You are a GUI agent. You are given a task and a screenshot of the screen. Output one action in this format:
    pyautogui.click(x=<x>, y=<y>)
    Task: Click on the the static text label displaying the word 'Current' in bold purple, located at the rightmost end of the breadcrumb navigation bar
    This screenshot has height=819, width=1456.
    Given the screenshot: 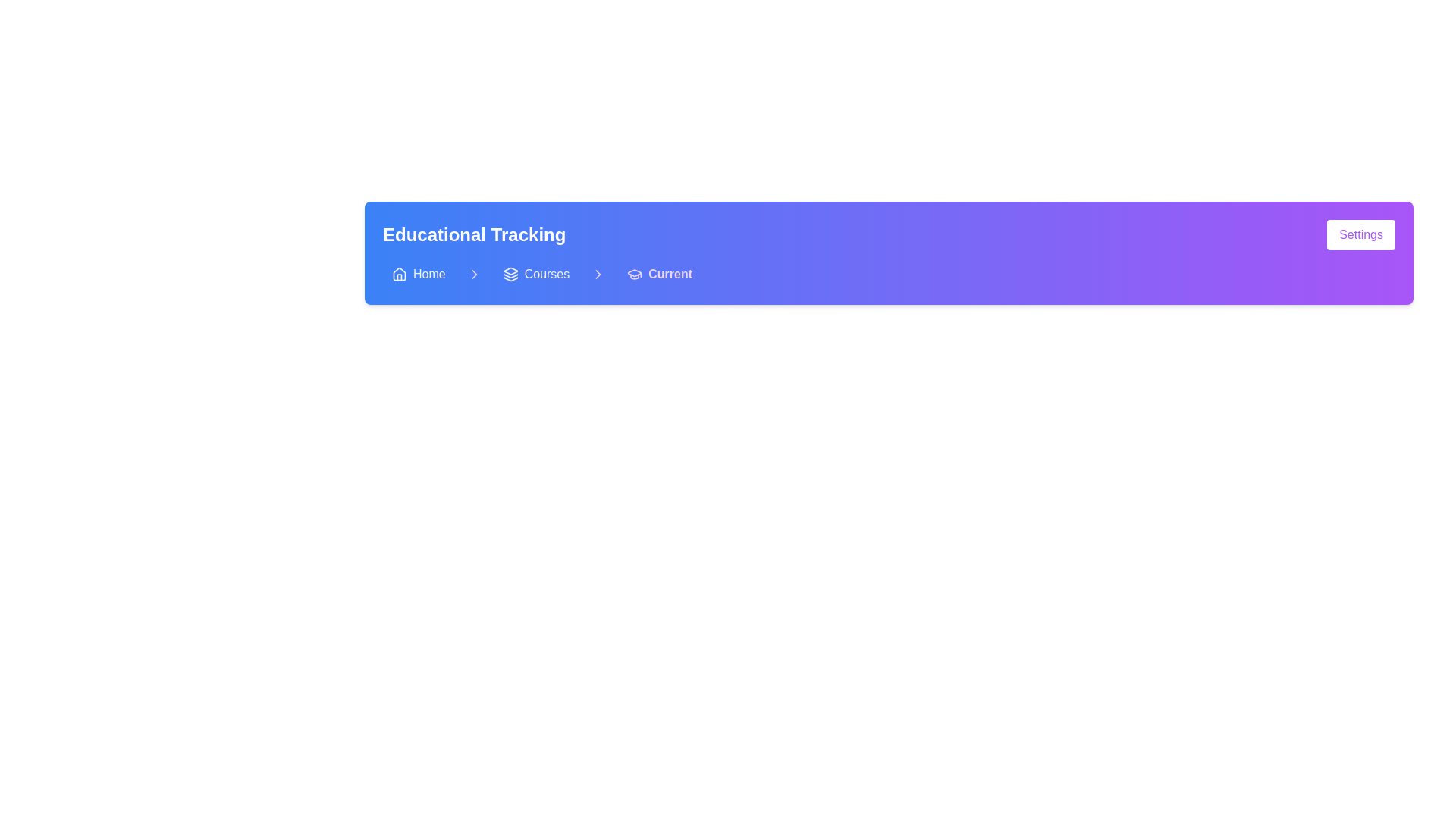 What is the action you would take?
    pyautogui.click(x=670, y=275)
    